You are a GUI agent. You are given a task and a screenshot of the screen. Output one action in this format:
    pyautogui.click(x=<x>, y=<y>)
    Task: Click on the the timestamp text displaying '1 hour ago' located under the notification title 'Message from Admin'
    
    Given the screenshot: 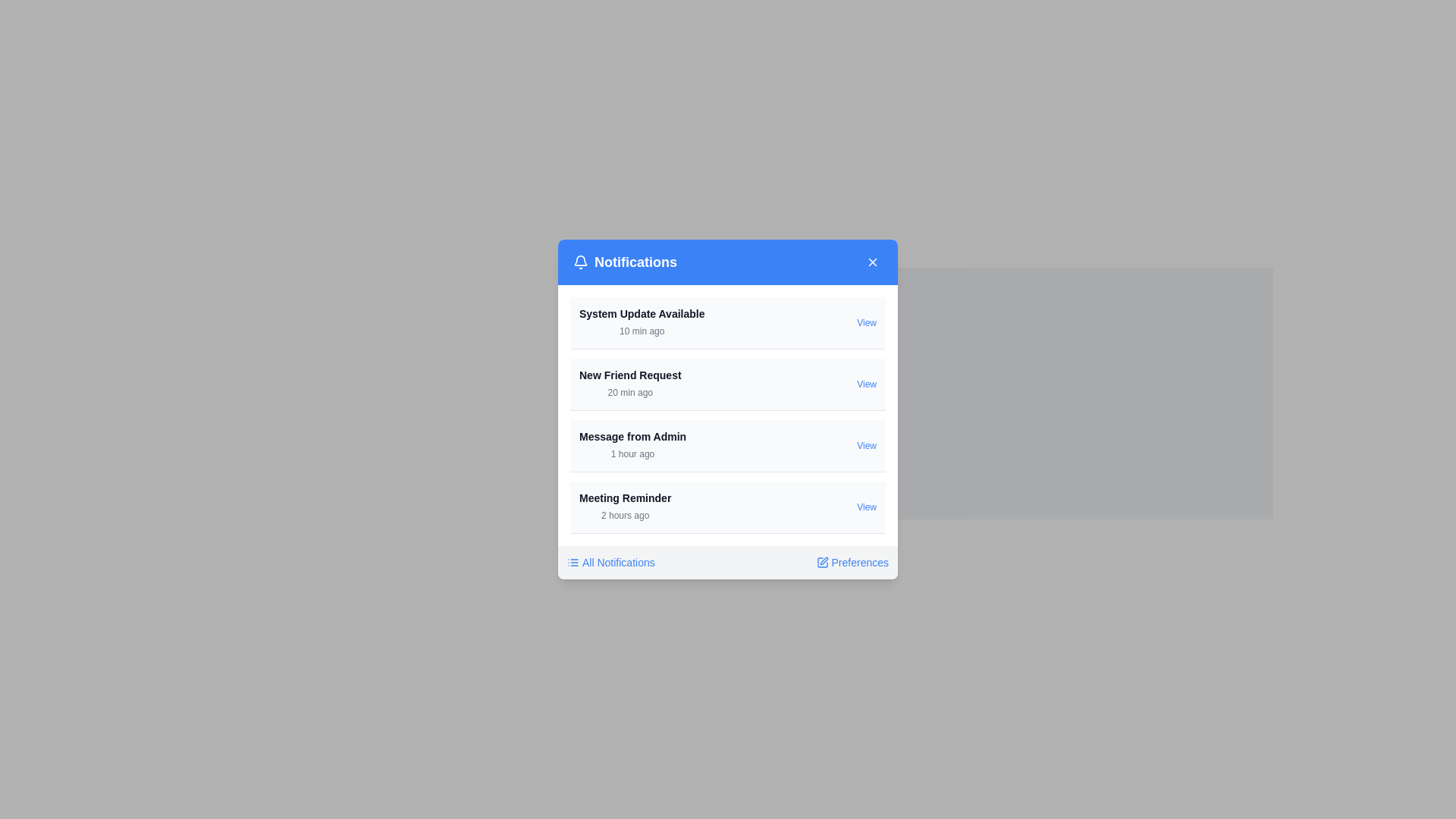 What is the action you would take?
    pyautogui.click(x=632, y=453)
    